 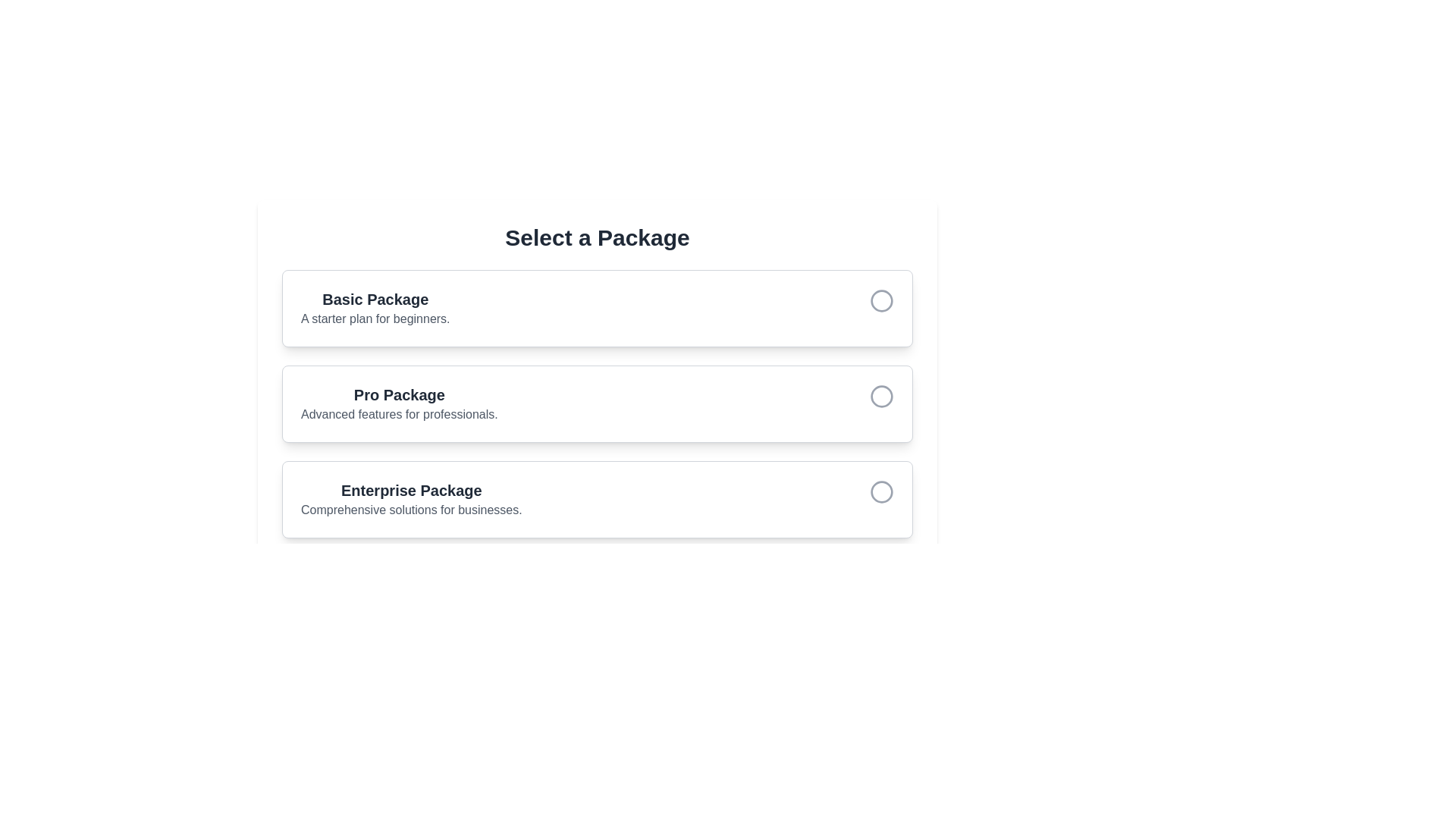 I want to click on the 'Enterprise Package' text display element, which consists of a bold heading and a smaller descriptive phrase, located in the list of package details, so click(x=411, y=500).